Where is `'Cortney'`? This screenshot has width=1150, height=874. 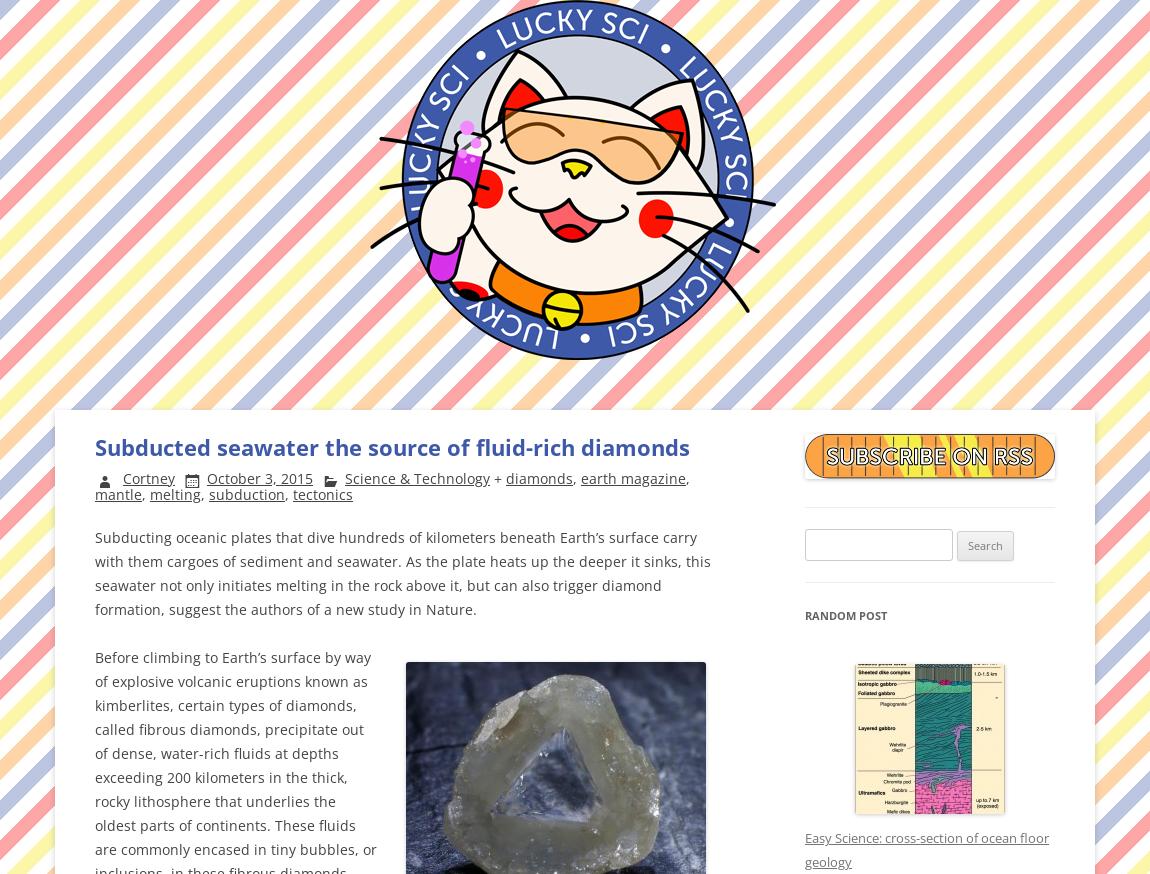 'Cortney' is located at coordinates (122, 476).